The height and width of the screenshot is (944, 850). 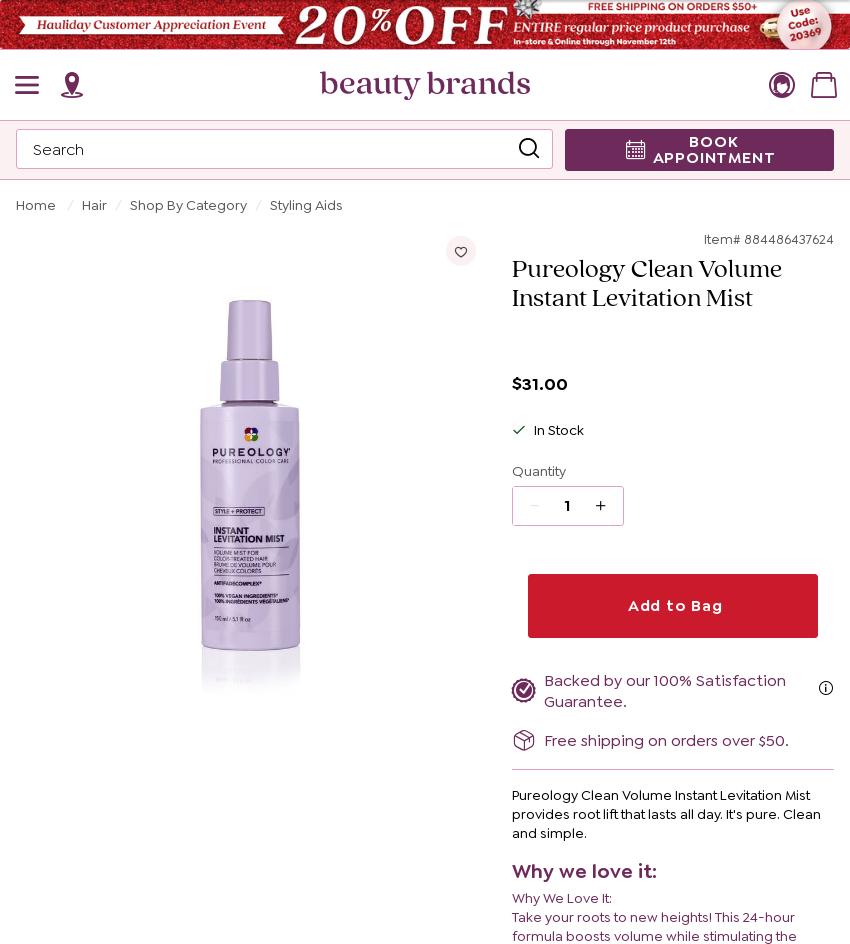 What do you see at coordinates (583, 871) in the screenshot?
I see `'Why we love it:'` at bounding box center [583, 871].